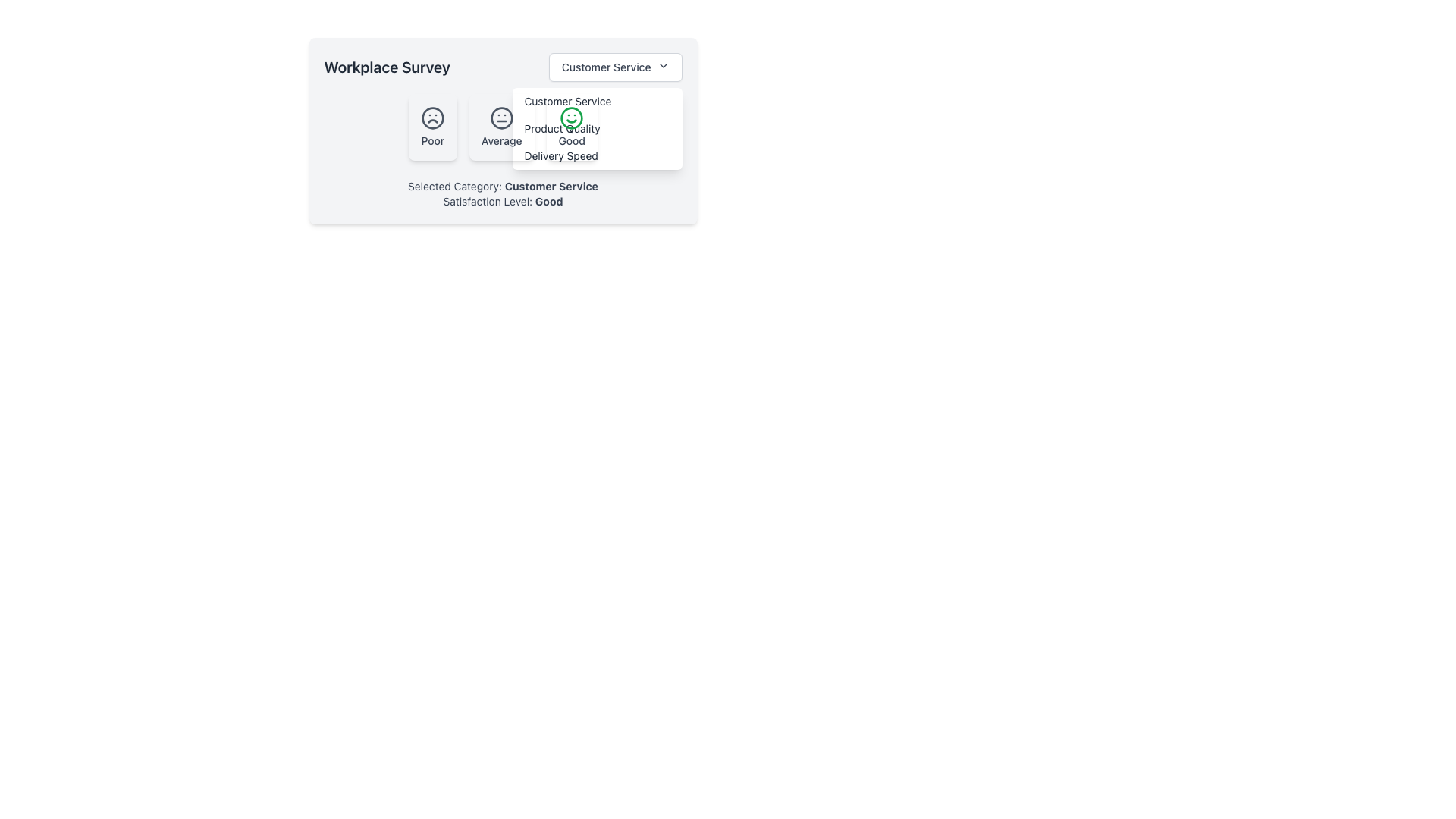  What do you see at coordinates (431, 140) in the screenshot?
I see `the text label displaying the word 'Poor', which is styled in a small gray font and located below an icon representing dissatisfaction in the feedback section` at bounding box center [431, 140].